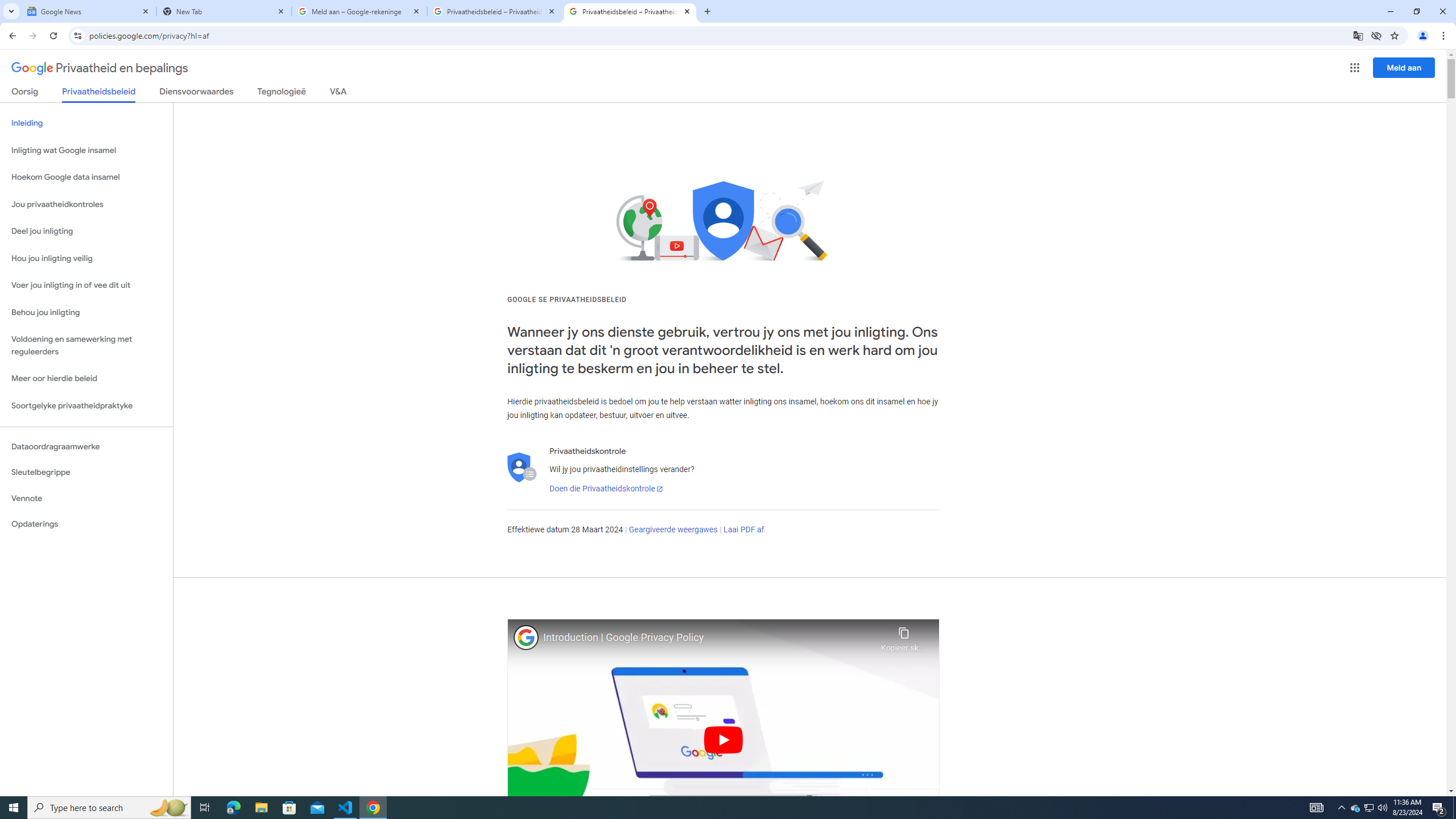 This screenshot has width=1456, height=819. What do you see at coordinates (99, 94) in the screenshot?
I see `'Privaatheidsbeleid'` at bounding box center [99, 94].